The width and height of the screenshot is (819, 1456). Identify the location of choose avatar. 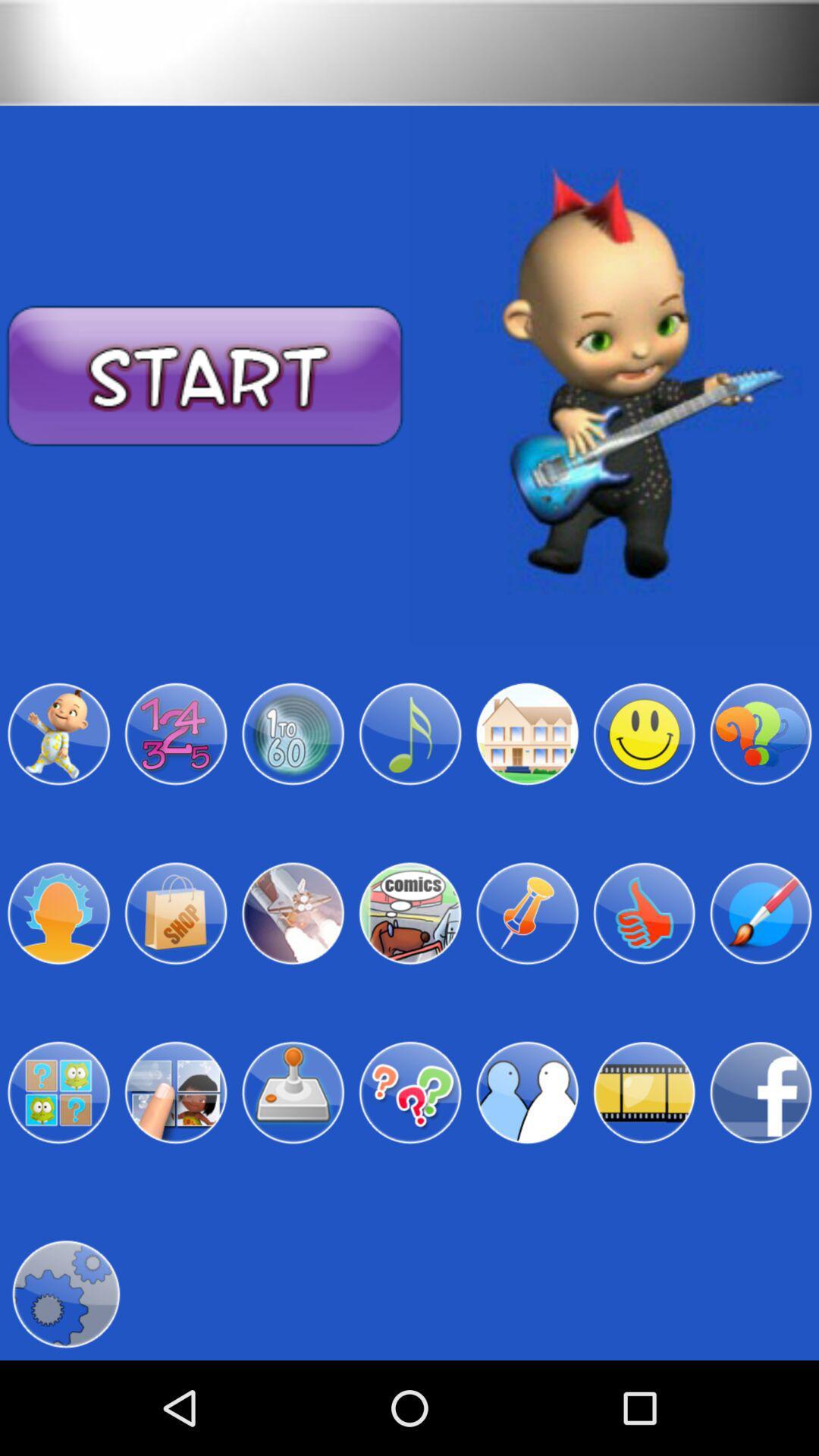
(58, 912).